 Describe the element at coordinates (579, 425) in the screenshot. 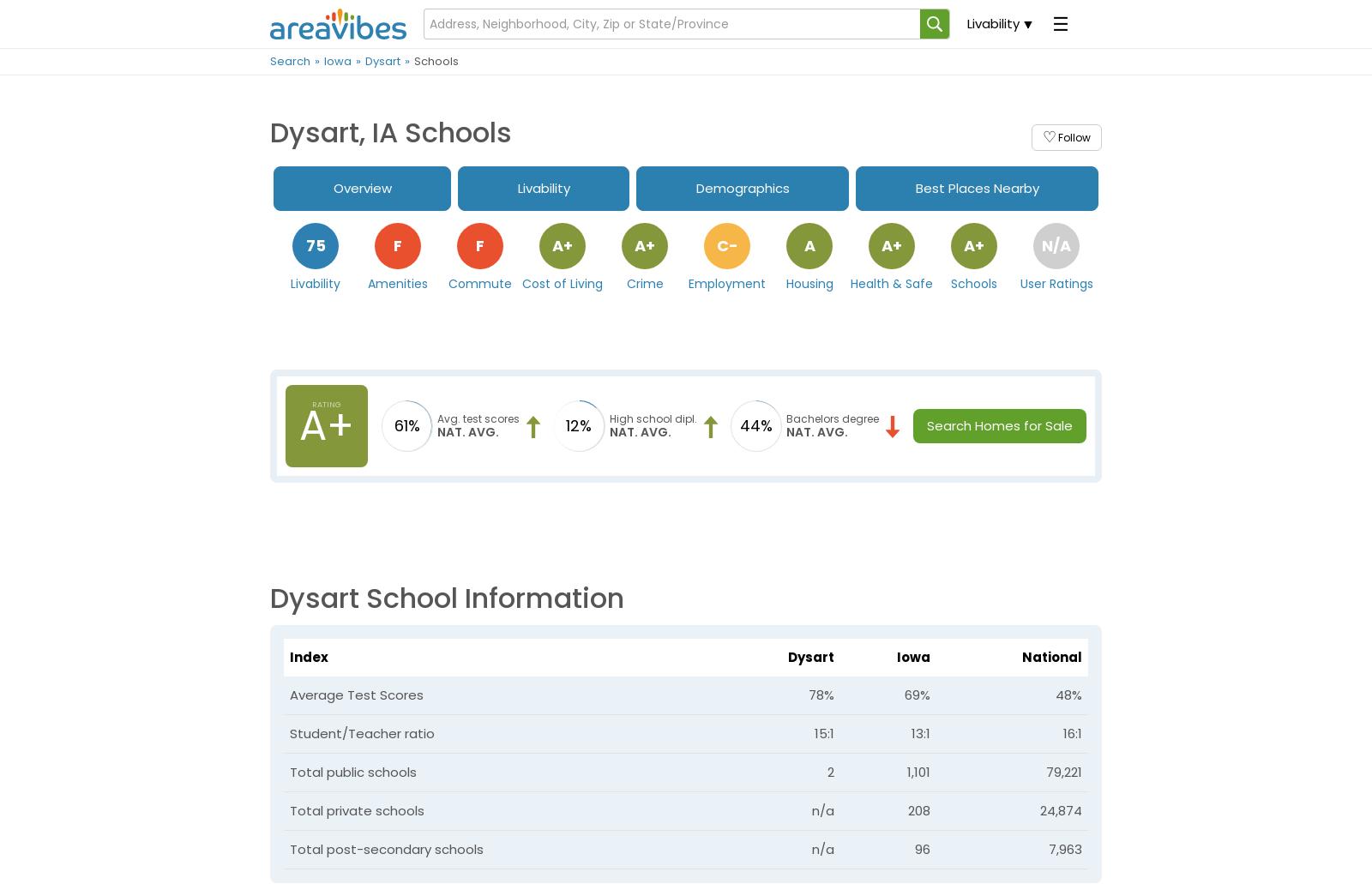

I see `'12%'` at that location.